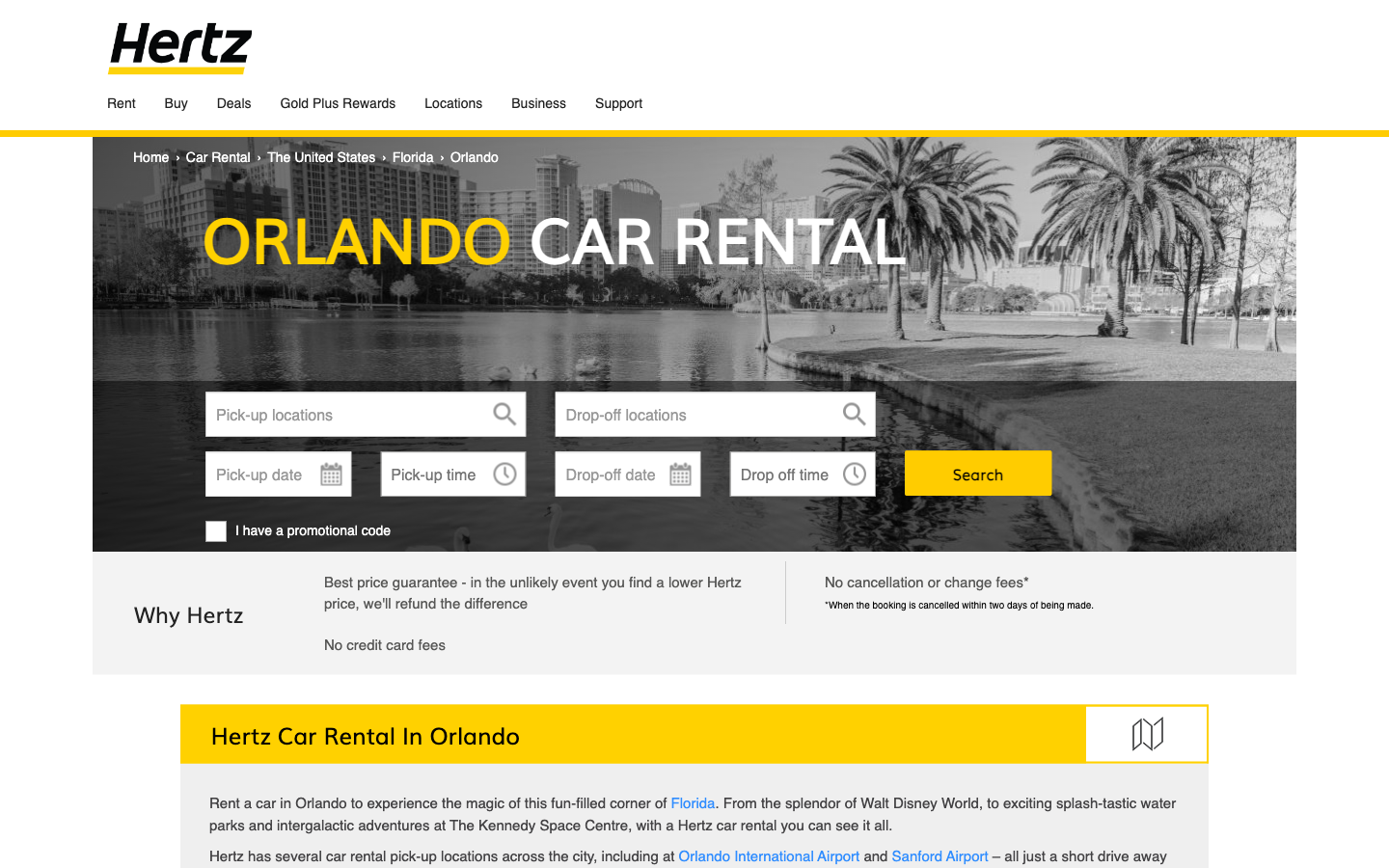 Image resolution: width=1389 pixels, height=868 pixels. Describe the element at coordinates (940, 855) in the screenshot. I see `the SanfordAirport page` at that location.